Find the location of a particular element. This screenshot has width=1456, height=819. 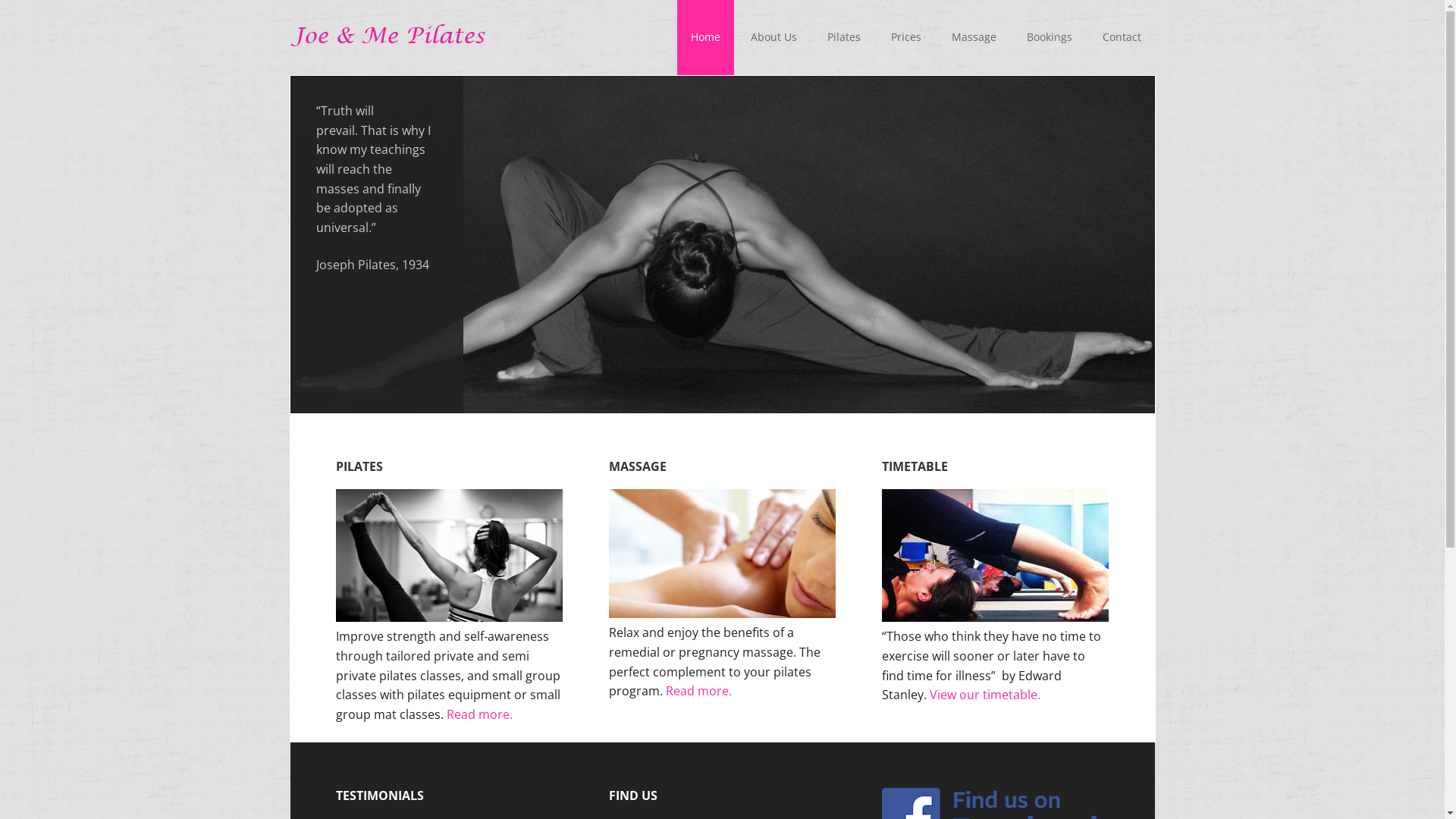

'View our timetable.' is located at coordinates (985, 694).